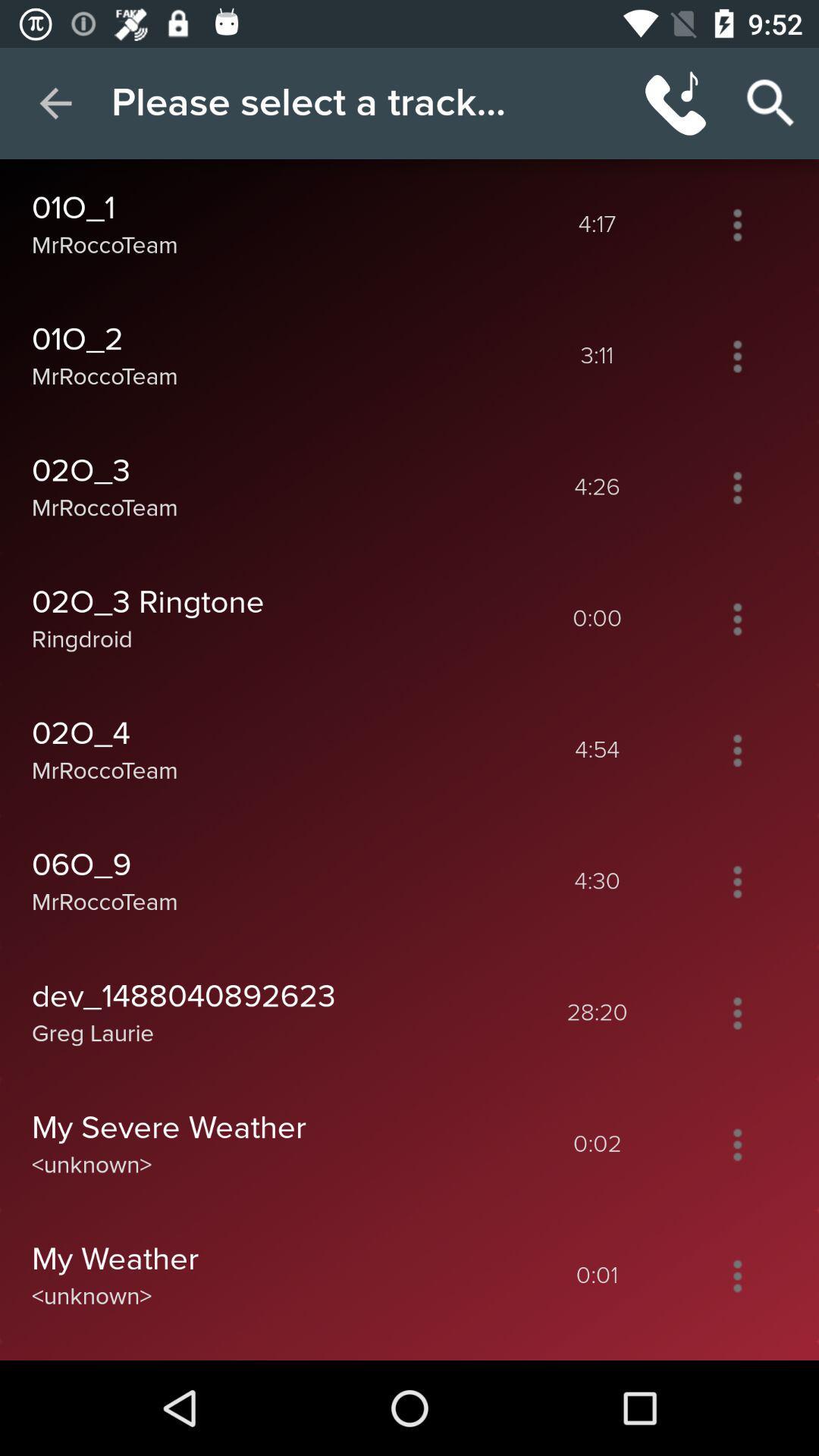 The height and width of the screenshot is (1456, 819). What do you see at coordinates (736, 619) in the screenshot?
I see `more options icon left to 000` at bounding box center [736, 619].